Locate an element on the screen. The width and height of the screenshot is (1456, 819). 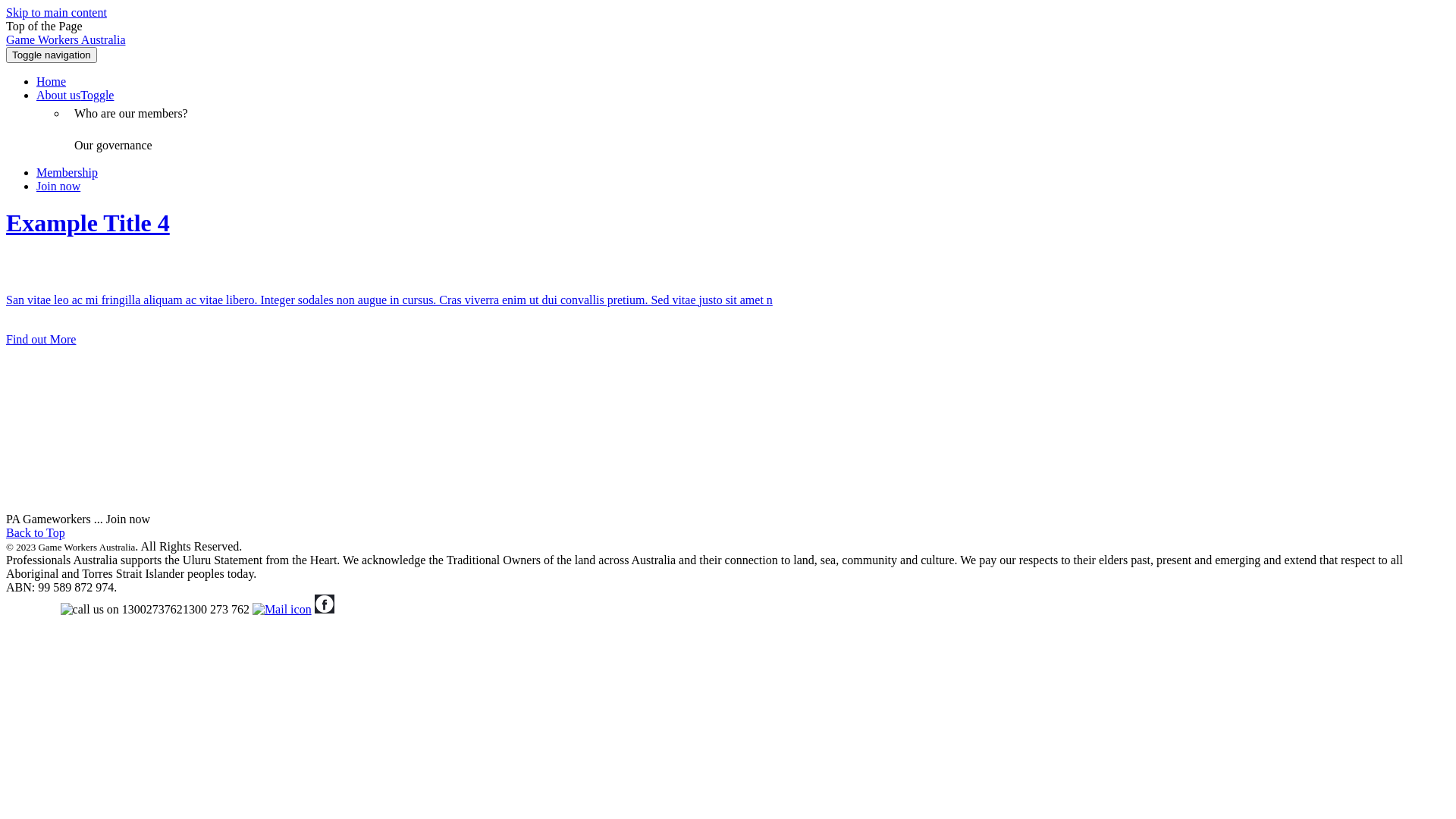
'About usToggle' is located at coordinates (74, 95).